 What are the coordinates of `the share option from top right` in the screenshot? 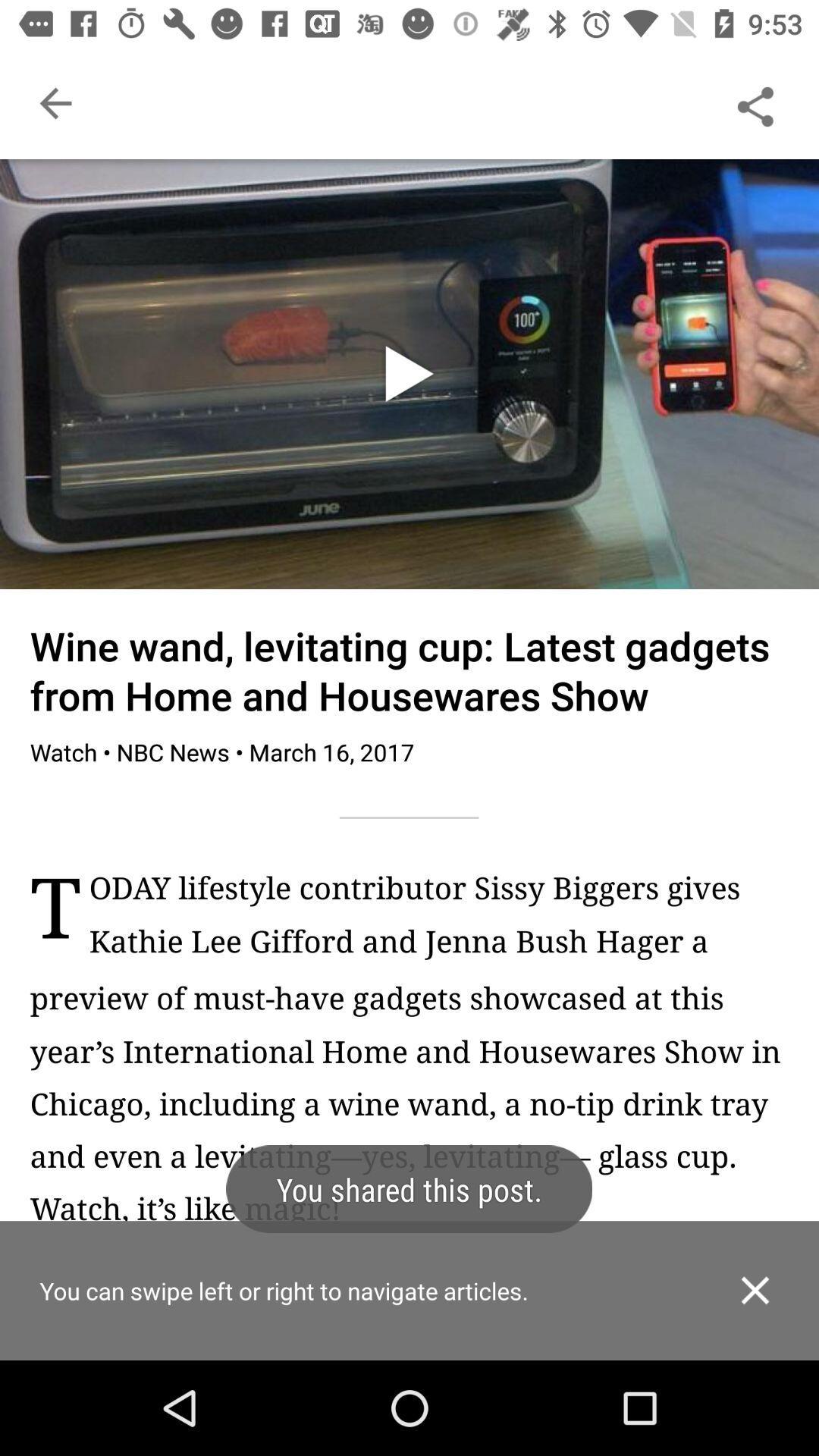 It's located at (755, 102).